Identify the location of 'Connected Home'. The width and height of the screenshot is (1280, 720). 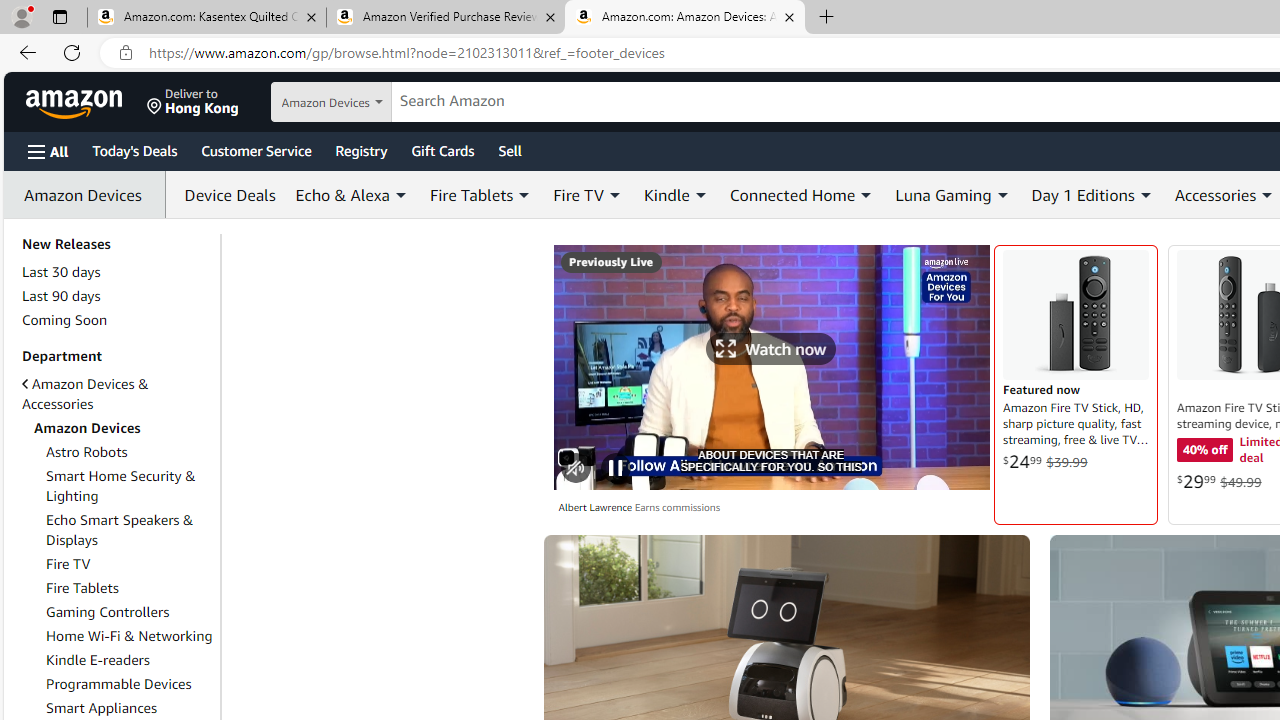
(802, 195).